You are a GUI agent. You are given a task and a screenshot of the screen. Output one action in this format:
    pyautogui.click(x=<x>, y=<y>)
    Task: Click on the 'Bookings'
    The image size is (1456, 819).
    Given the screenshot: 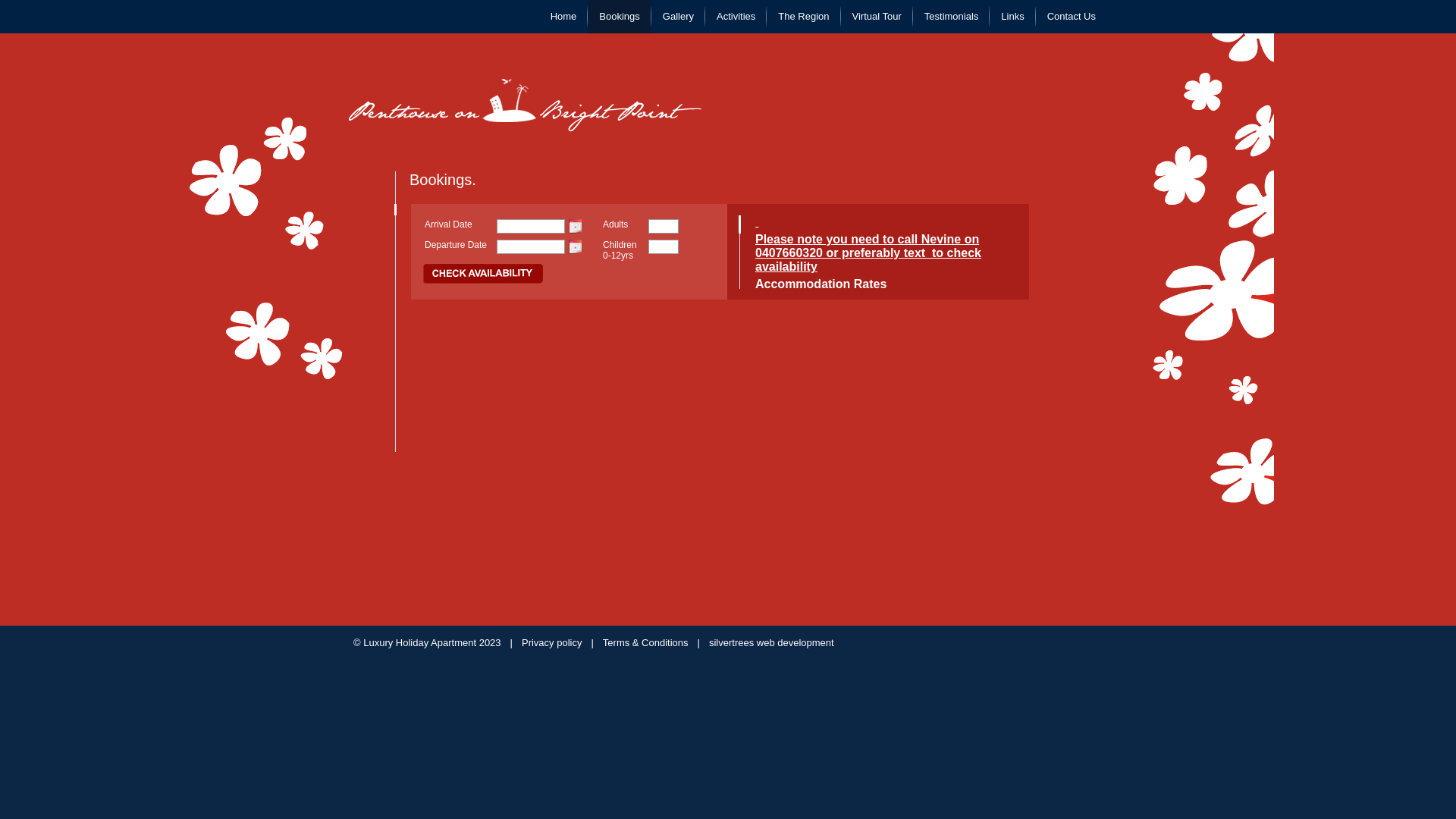 What is the action you would take?
    pyautogui.click(x=619, y=17)
    